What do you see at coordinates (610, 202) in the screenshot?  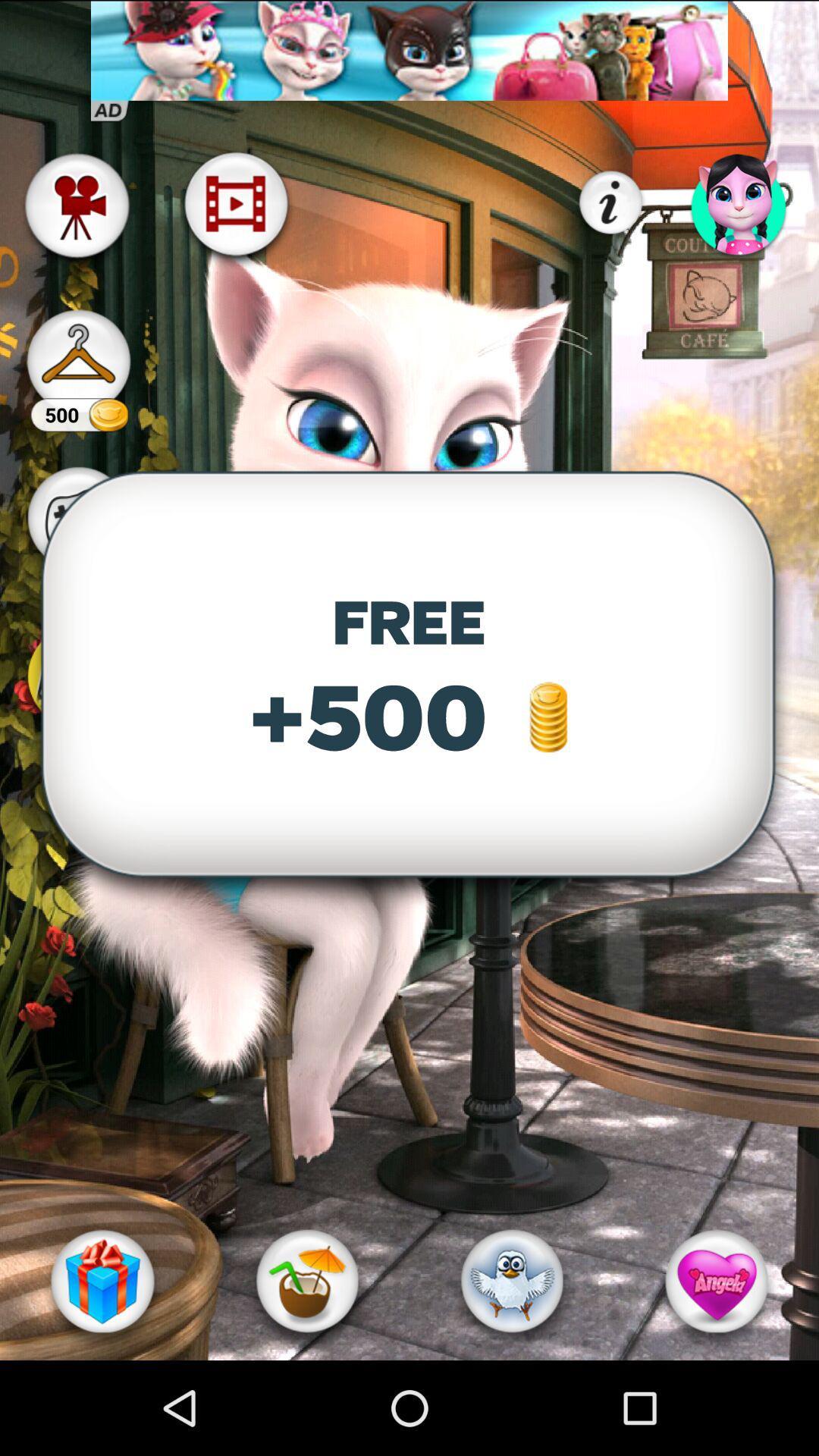 I see `the info icon` at bounding box center [610, 202].